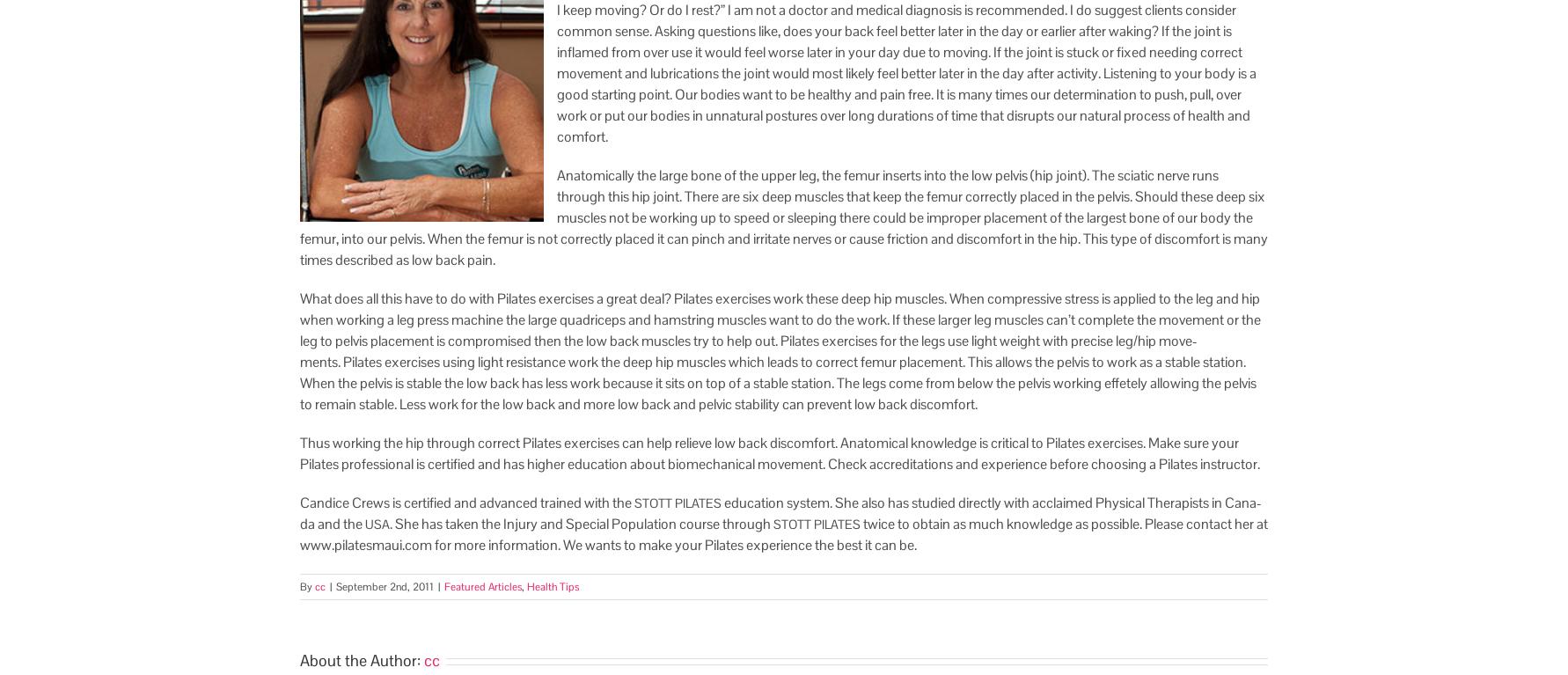 This screenshot has width=1568, height=675. What do you see at coordinates (466, 502) in the screenshot?
I see `'Can­dice Crews is cer­ti­fied and advanced trained with the'` at bounding box center [466, 502].